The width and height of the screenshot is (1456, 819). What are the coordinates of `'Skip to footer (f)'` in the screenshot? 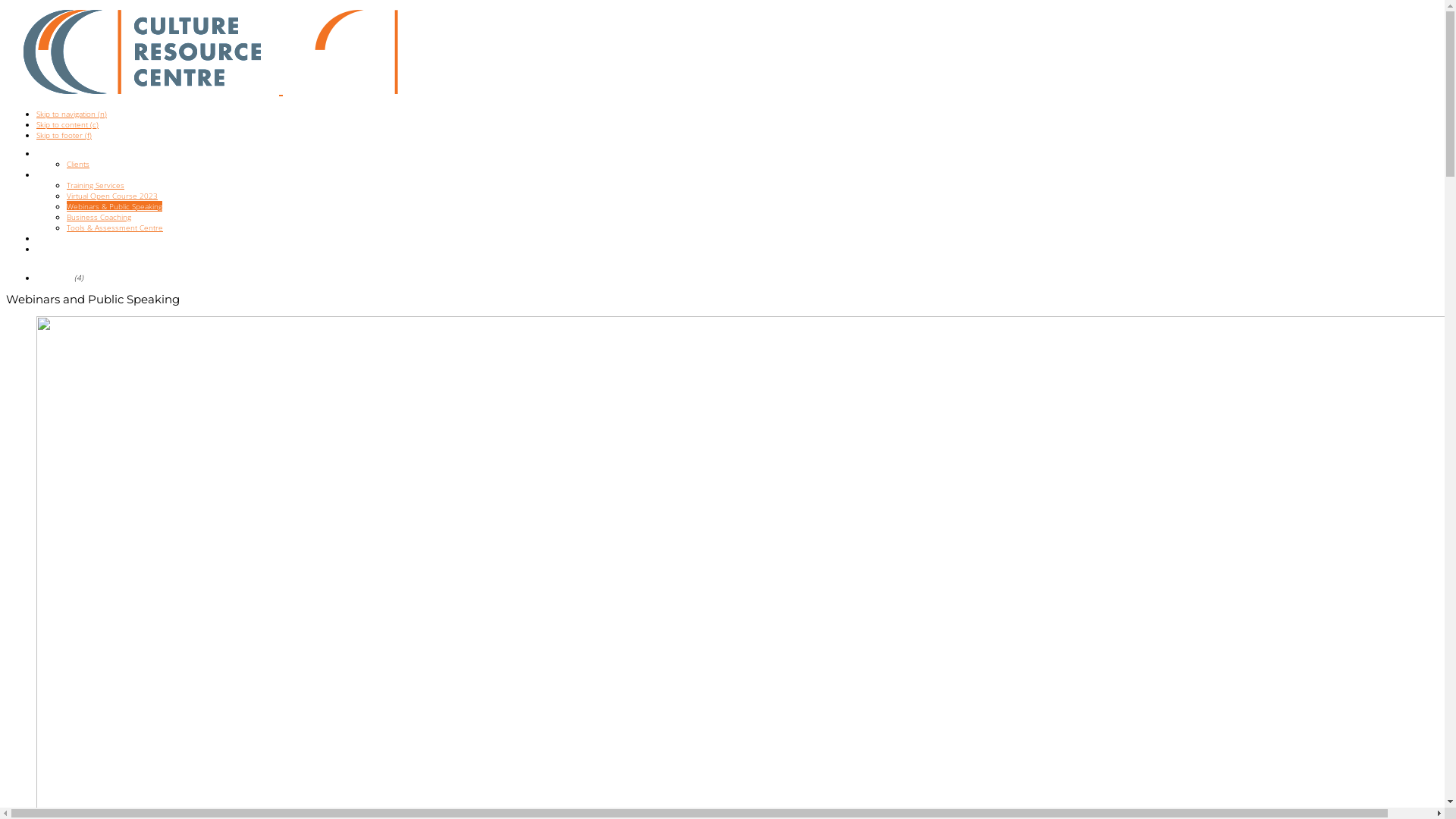 It's located at (63, 133).